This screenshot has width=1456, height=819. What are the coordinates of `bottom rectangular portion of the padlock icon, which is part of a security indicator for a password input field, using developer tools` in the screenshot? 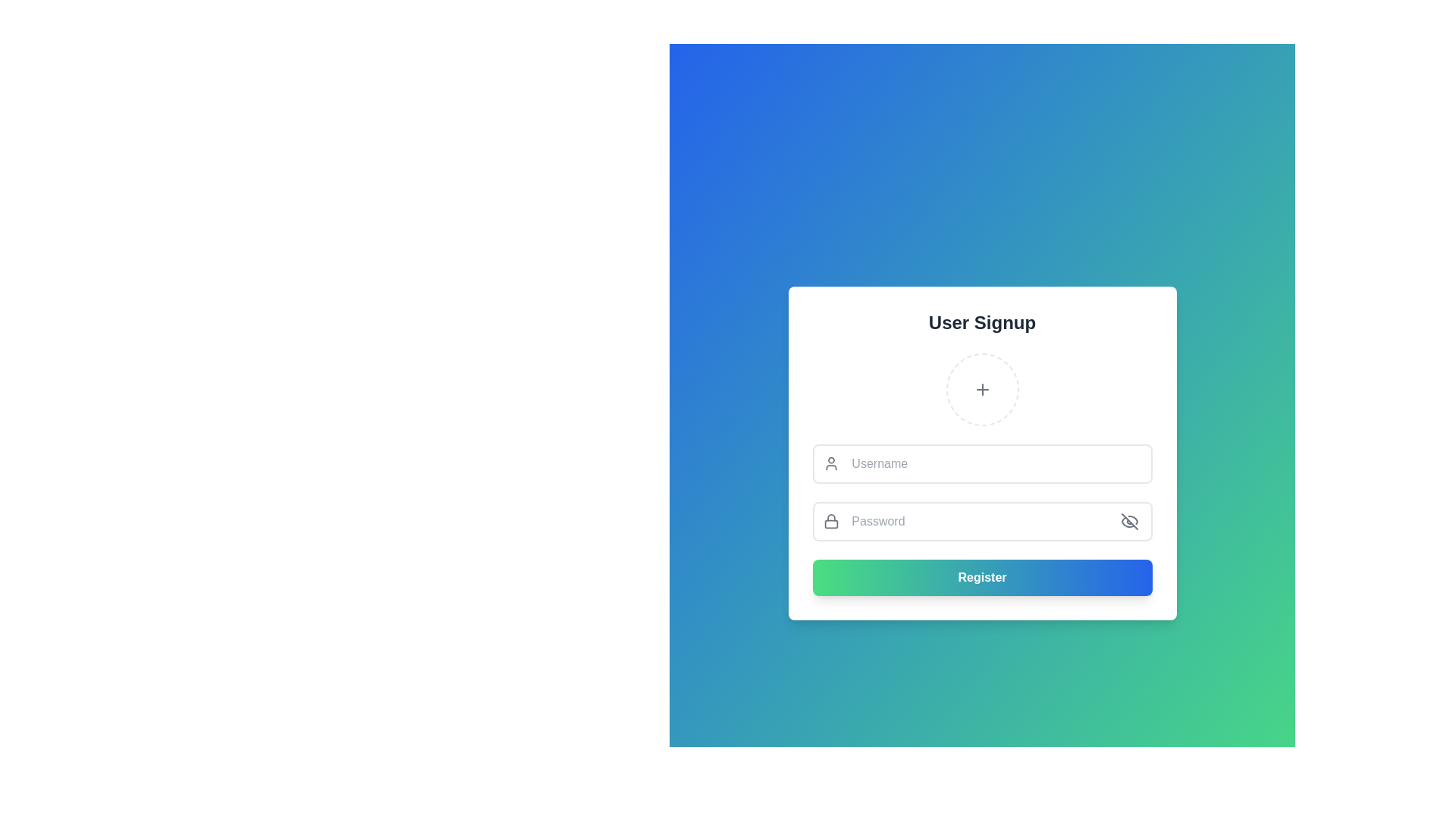 It's located at (830, 524).